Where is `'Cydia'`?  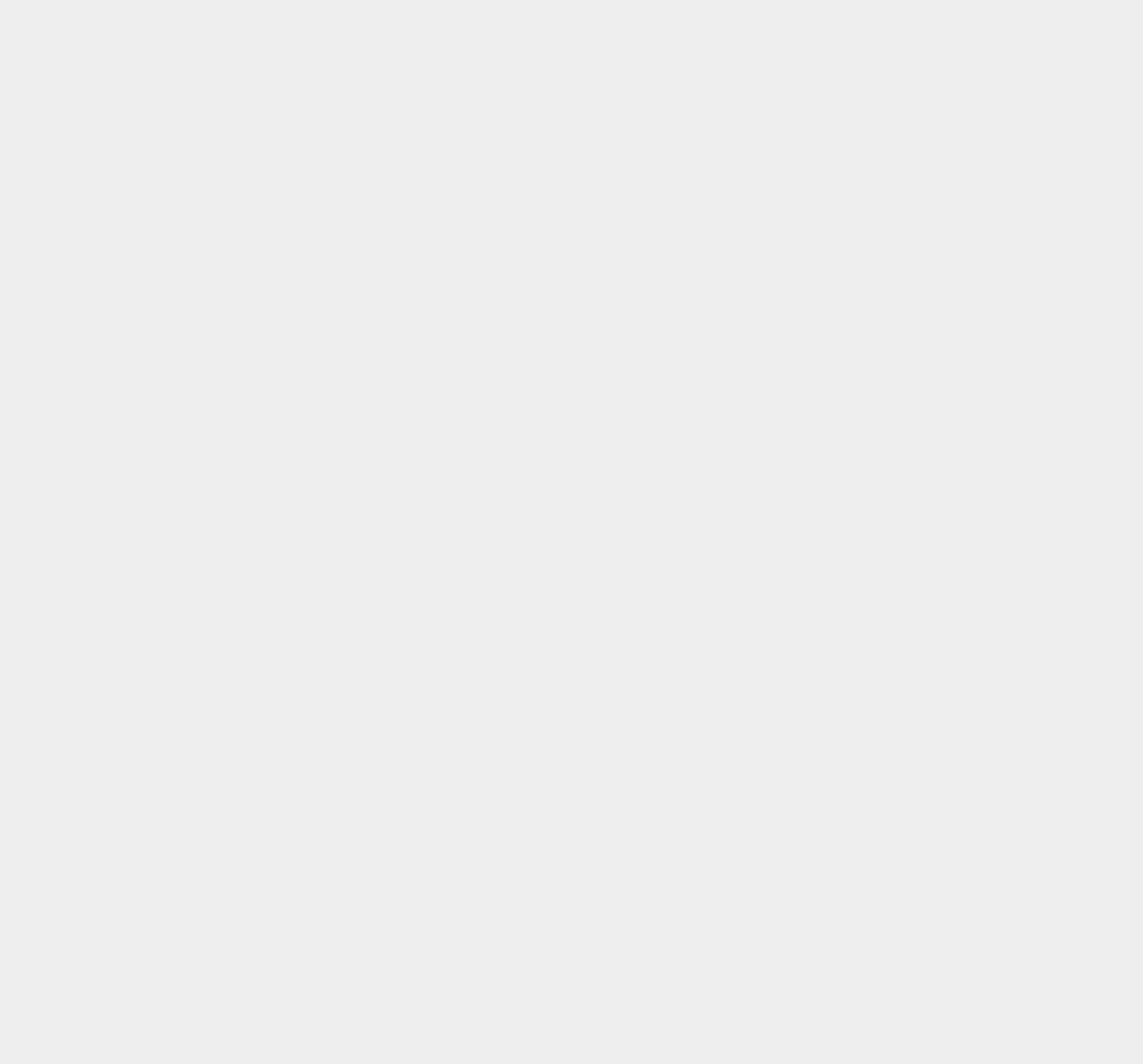
'Cydia' is located at coordinates (824, 458).